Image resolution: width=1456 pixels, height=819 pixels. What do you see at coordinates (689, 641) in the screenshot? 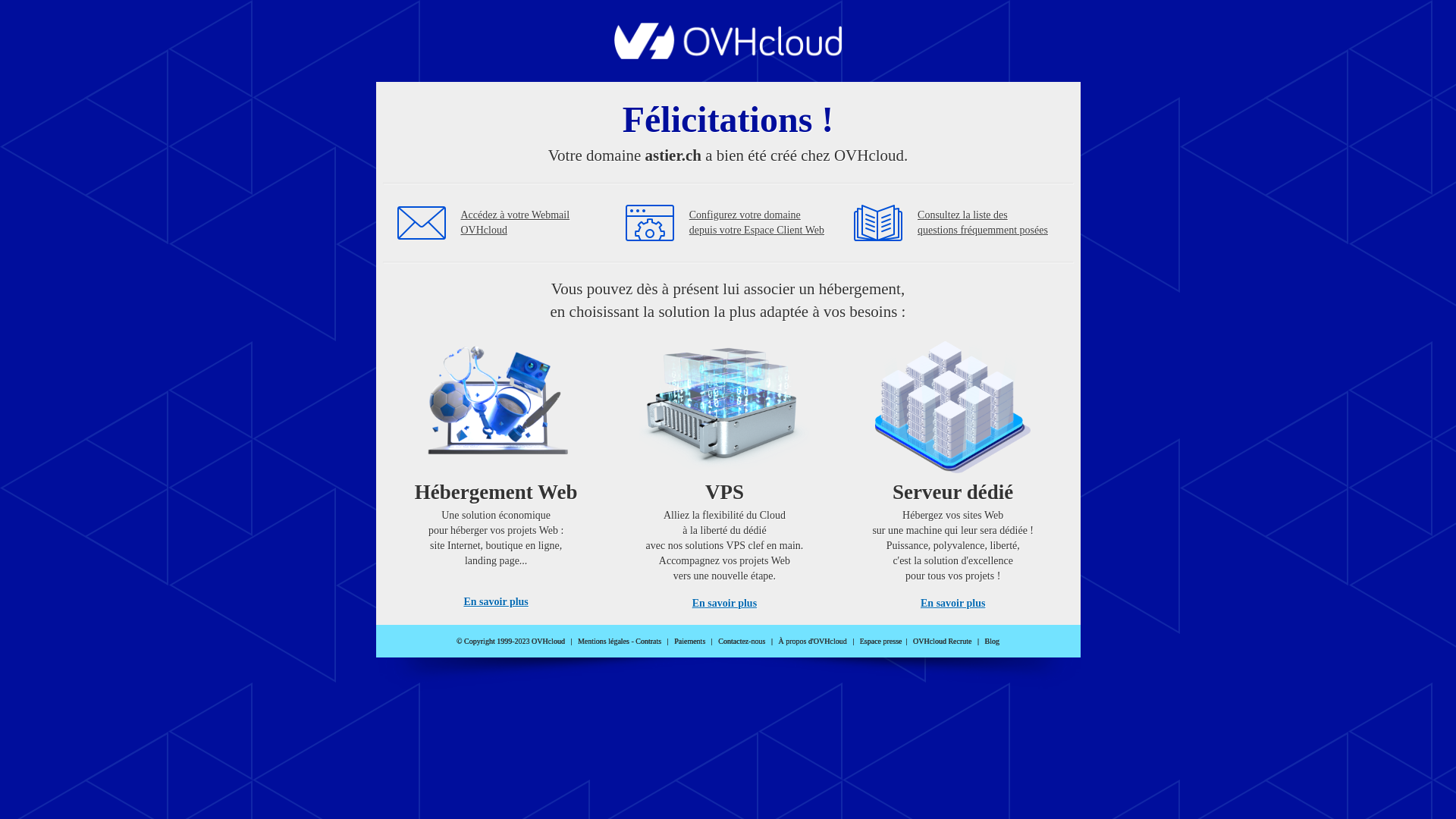
I see `'Paiements'` at bounding box center [689, 641].